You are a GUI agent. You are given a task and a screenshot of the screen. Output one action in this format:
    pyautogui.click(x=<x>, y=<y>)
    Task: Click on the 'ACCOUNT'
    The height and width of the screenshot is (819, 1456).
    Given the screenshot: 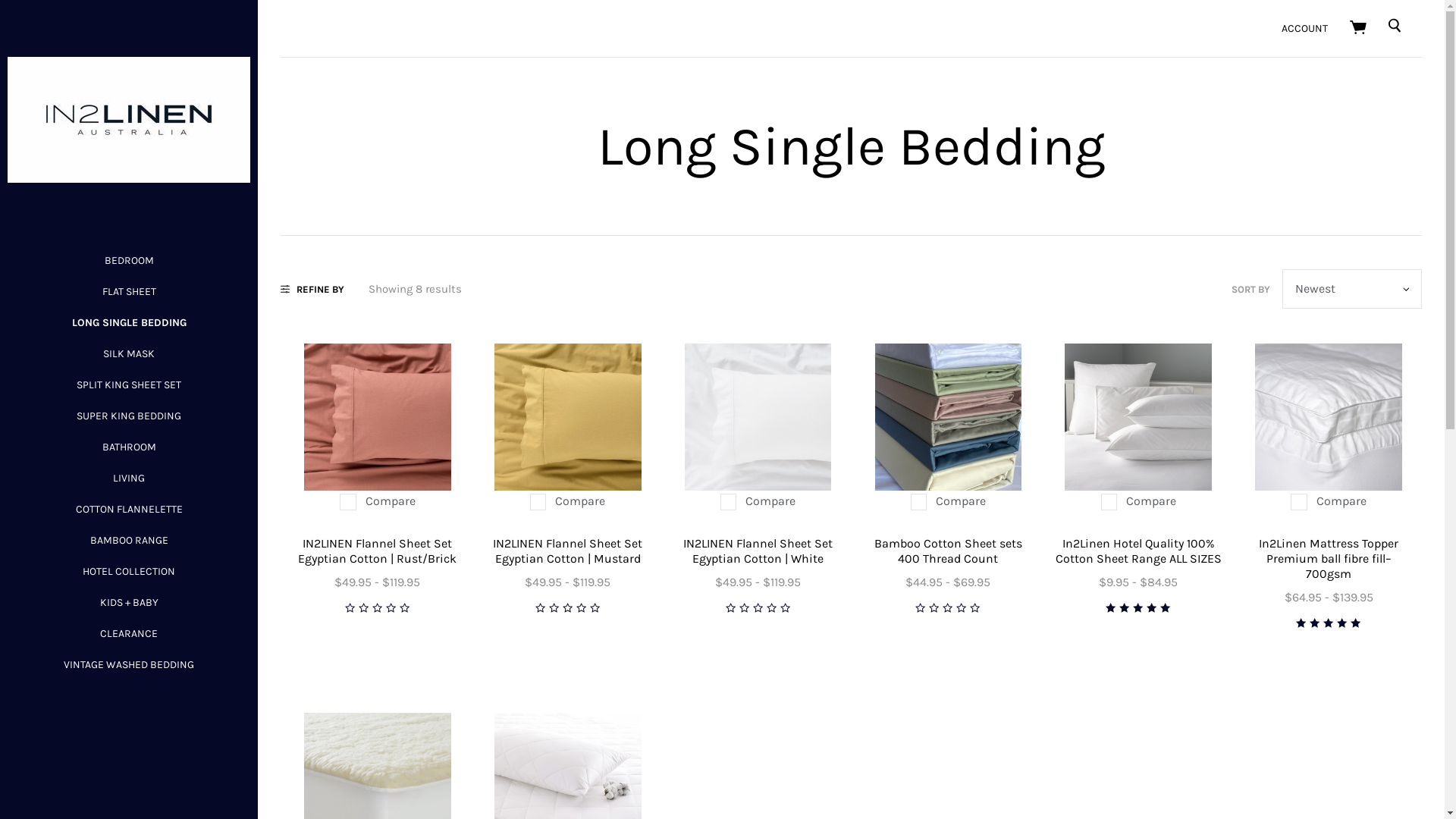 What is the action you would take?
    pyautogui.click(x=1304, y=28)
    